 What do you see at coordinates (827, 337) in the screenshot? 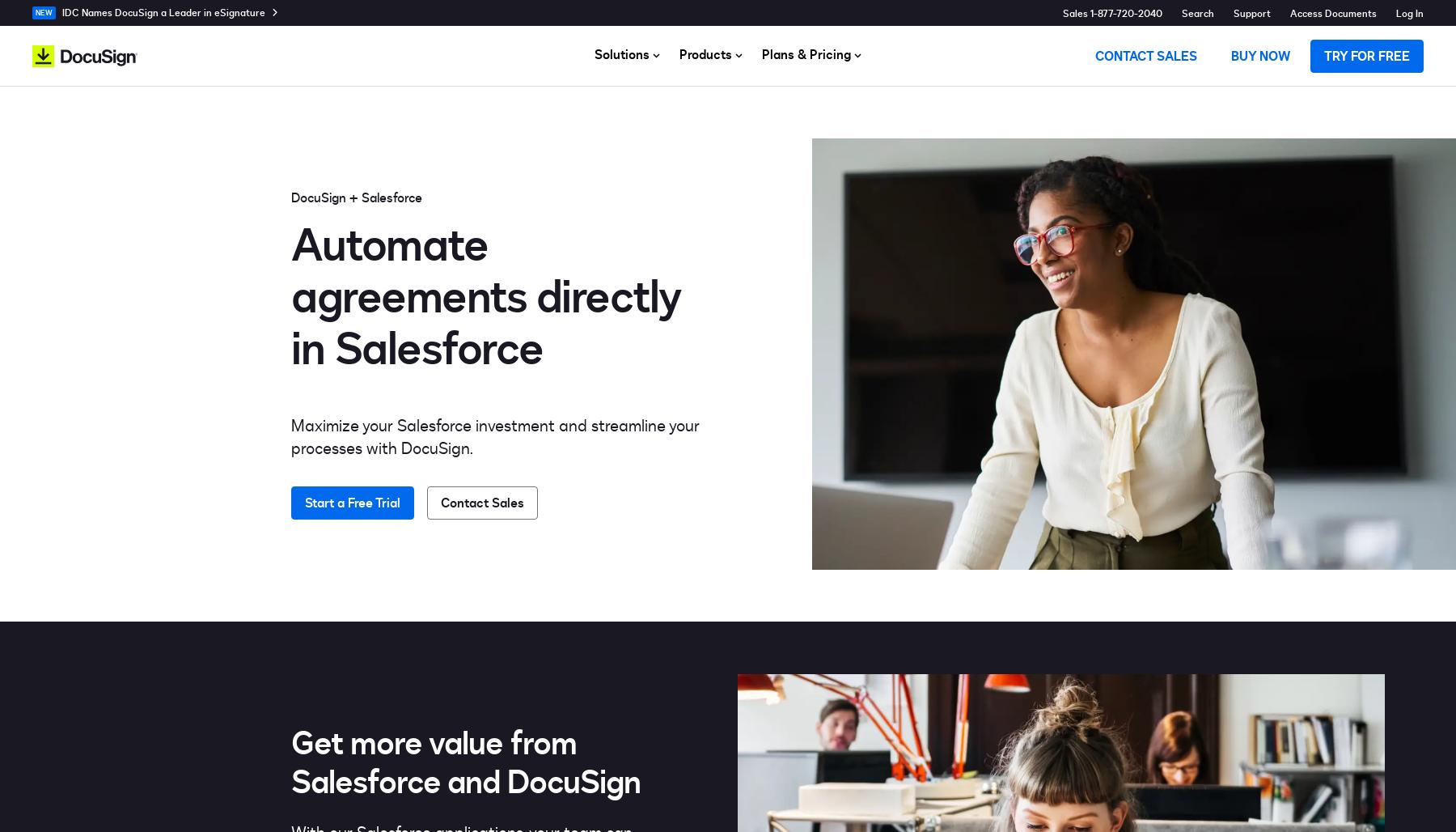
I see `'Transform the procure-to-pay process'` at bounding box center [827, 337].